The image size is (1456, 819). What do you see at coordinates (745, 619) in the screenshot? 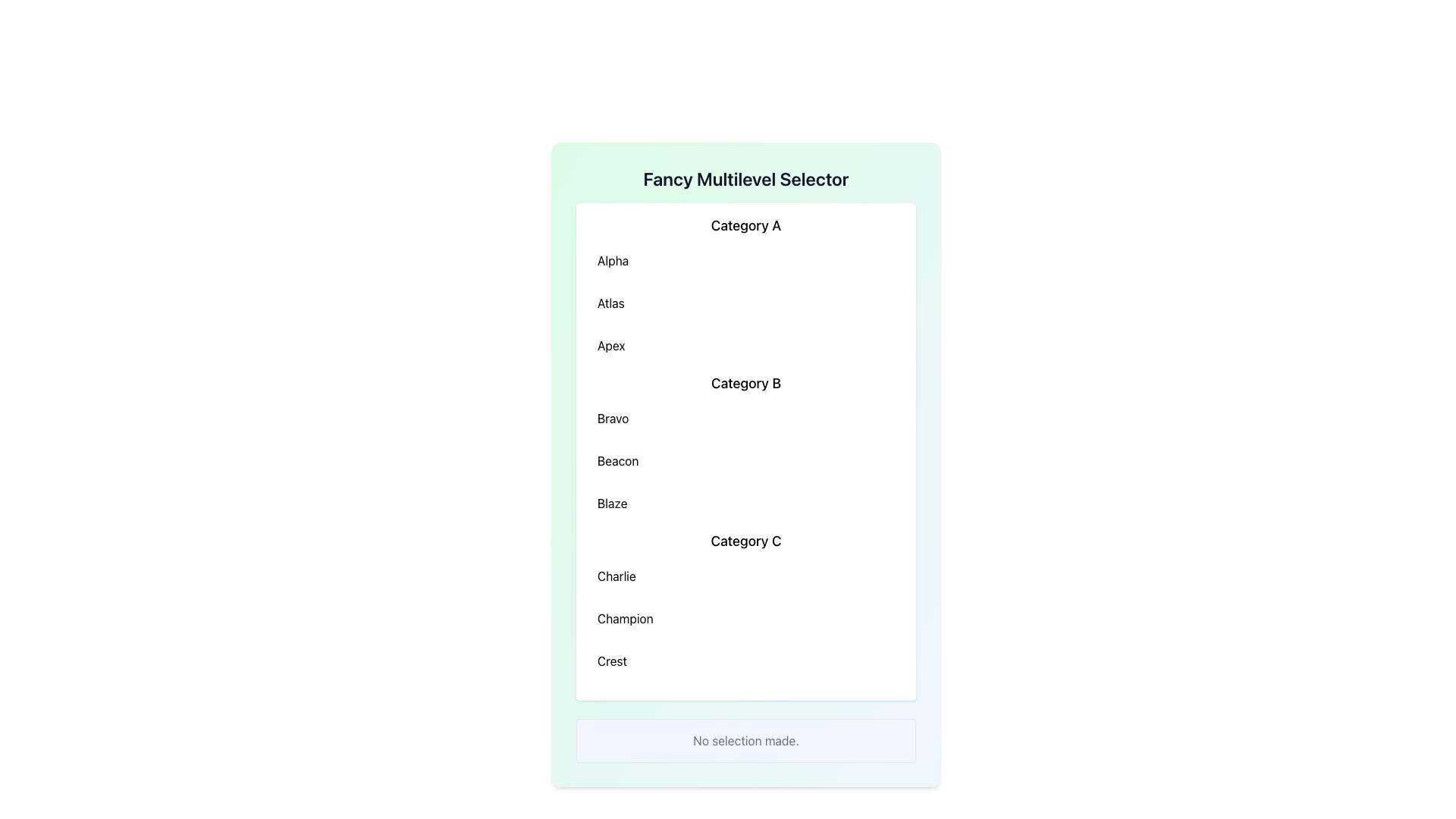
I see `the selectable item labeled 'Champion' located under the 'Category C' section` at bounding box center [745, 619].